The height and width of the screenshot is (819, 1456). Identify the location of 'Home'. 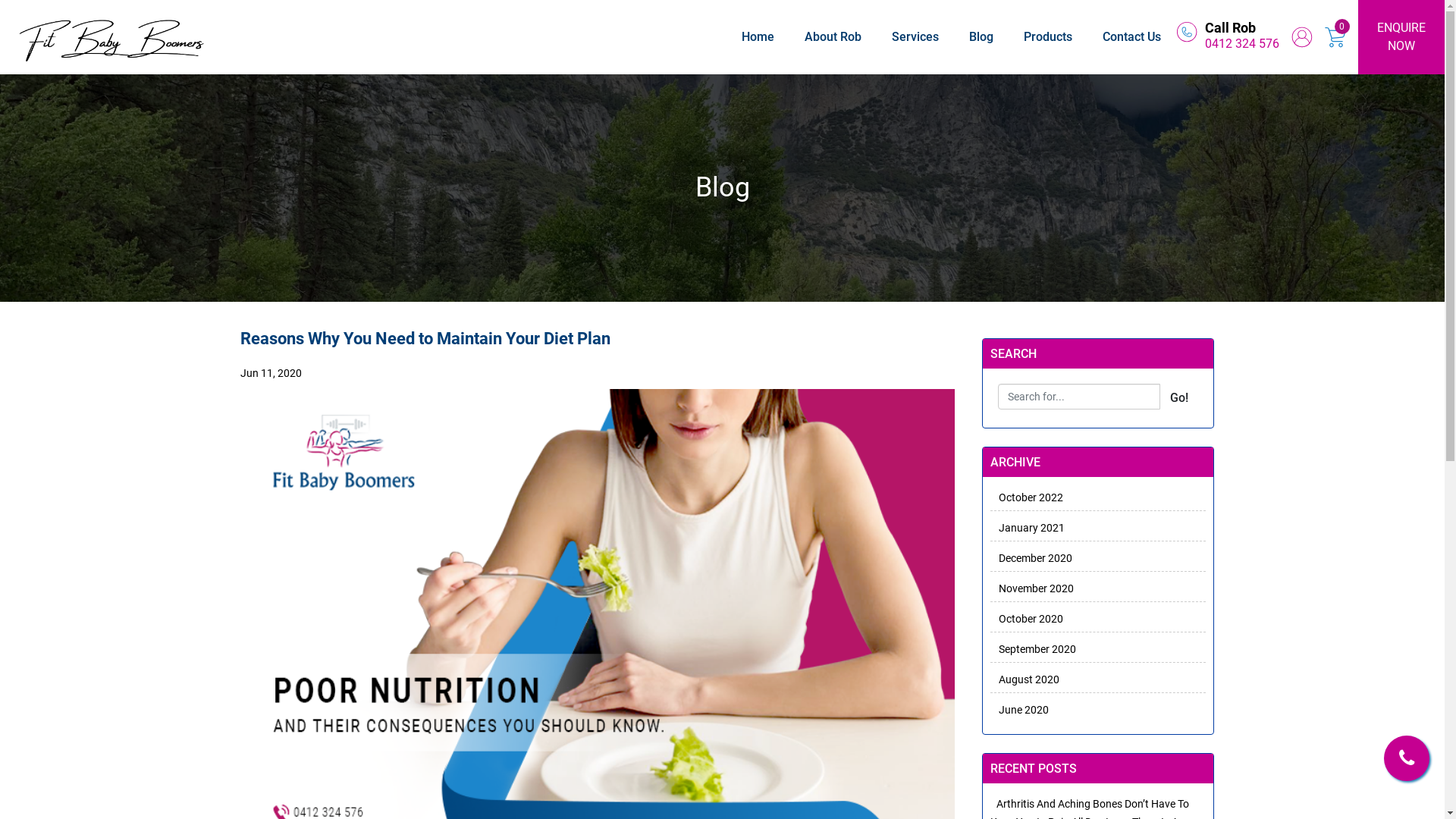
(758, 36).